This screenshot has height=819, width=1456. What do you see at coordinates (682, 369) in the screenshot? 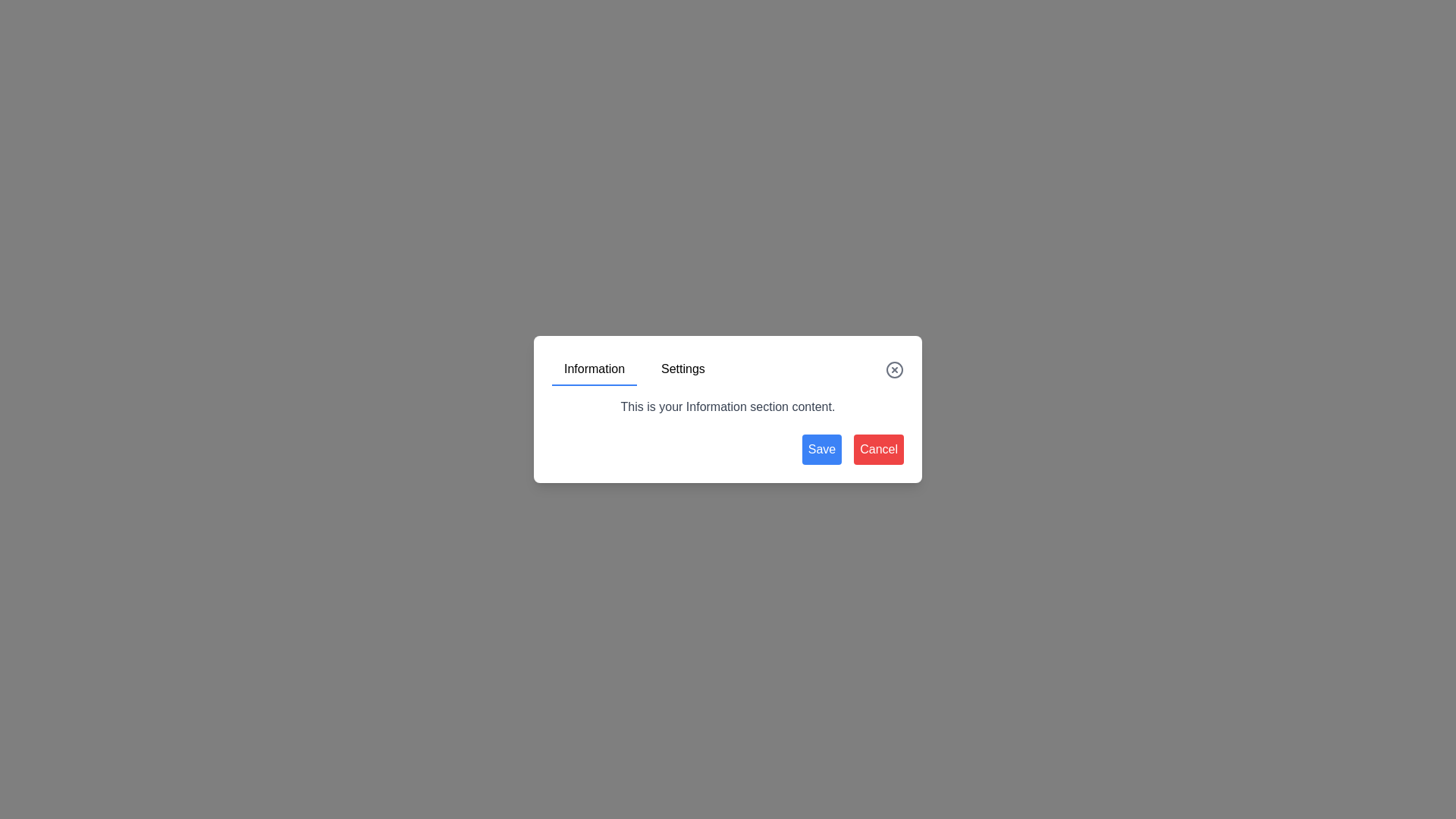
I see `the 'Settings' navigation tab, which is styled as a text label and positioned to the right of the 'Information' tab at the top of the content box, for visual feedback` at bounding box center [682, 369].